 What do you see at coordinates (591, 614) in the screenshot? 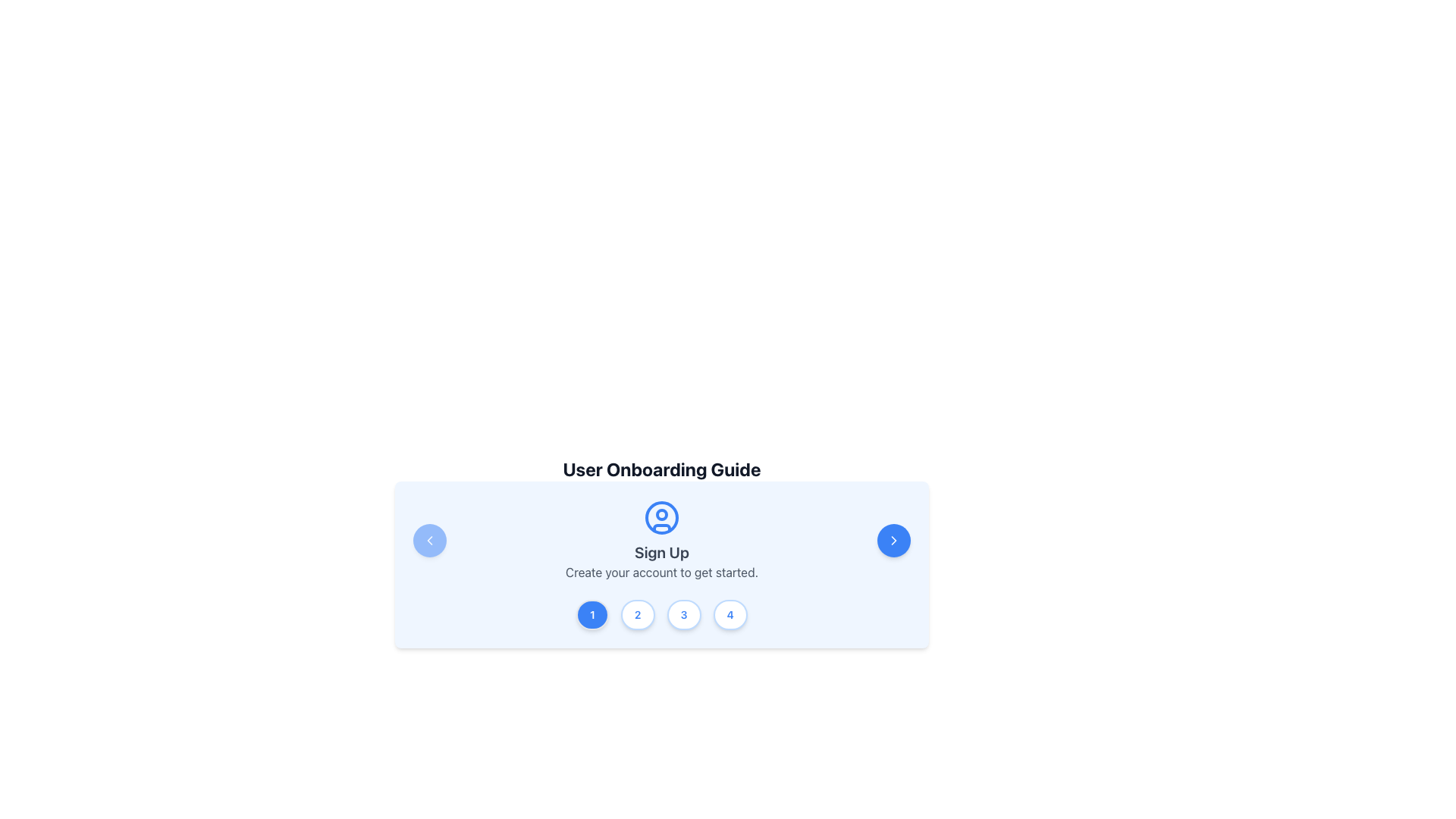
I see `the circular button labeled '1' with white text on a blue background` at bounding box center [591, 614].